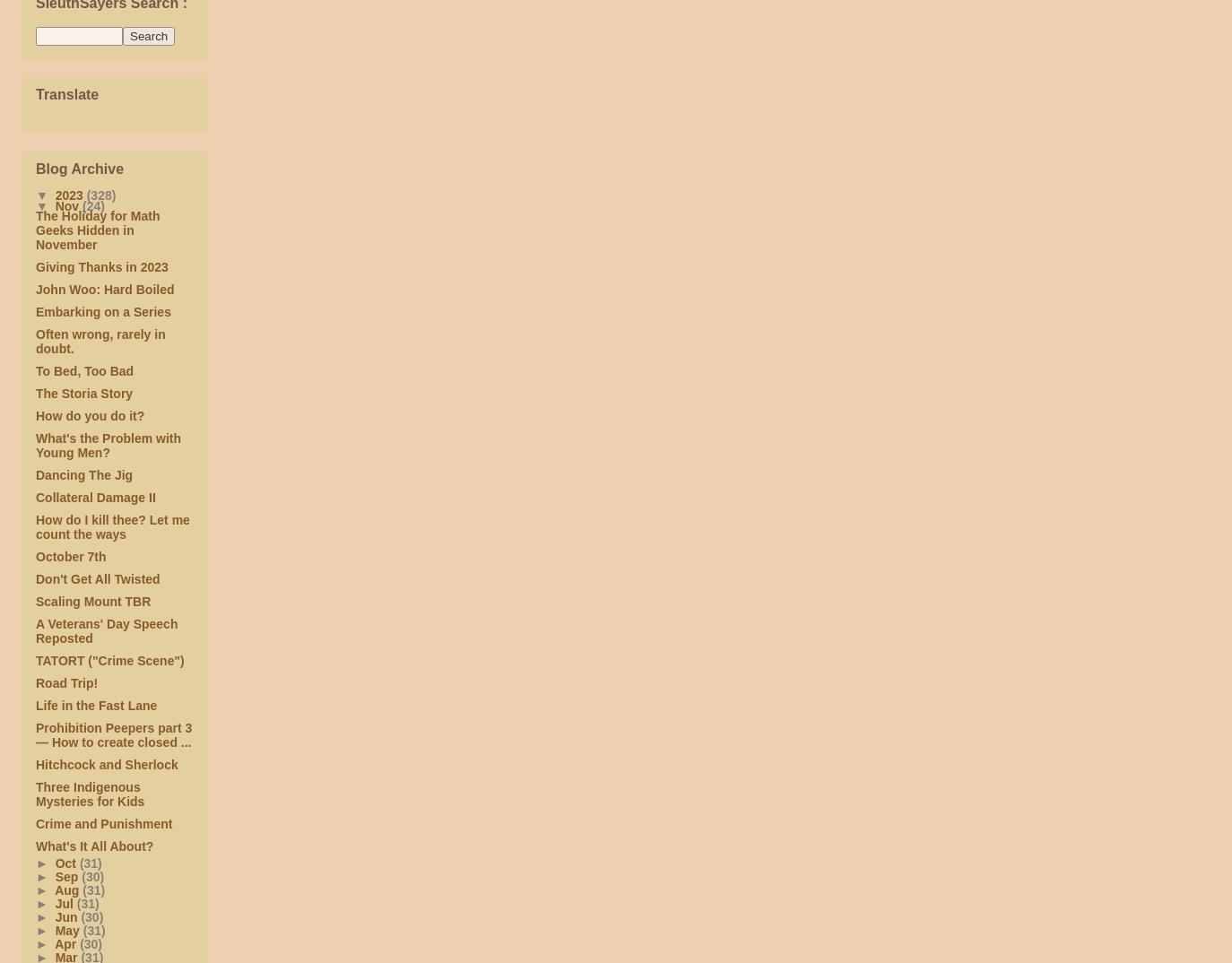 The image size is (1232, 963). Describe the element at coordinates (99, 341) in the screenshot. I see `'Often wrong, rarely in doubt.'` at that location.